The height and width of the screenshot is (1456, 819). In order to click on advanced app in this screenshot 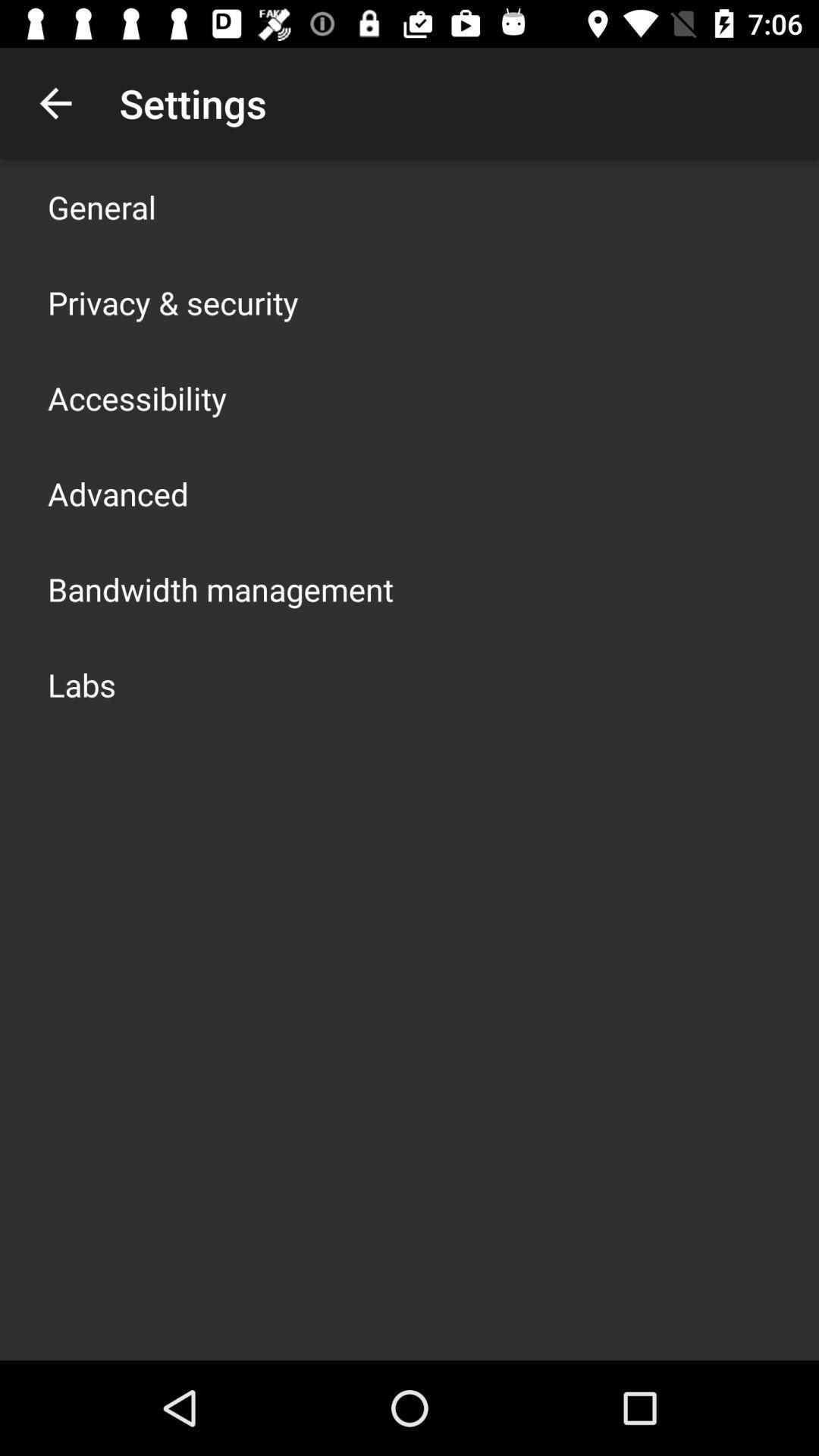, I will do `click(117, 494)`.